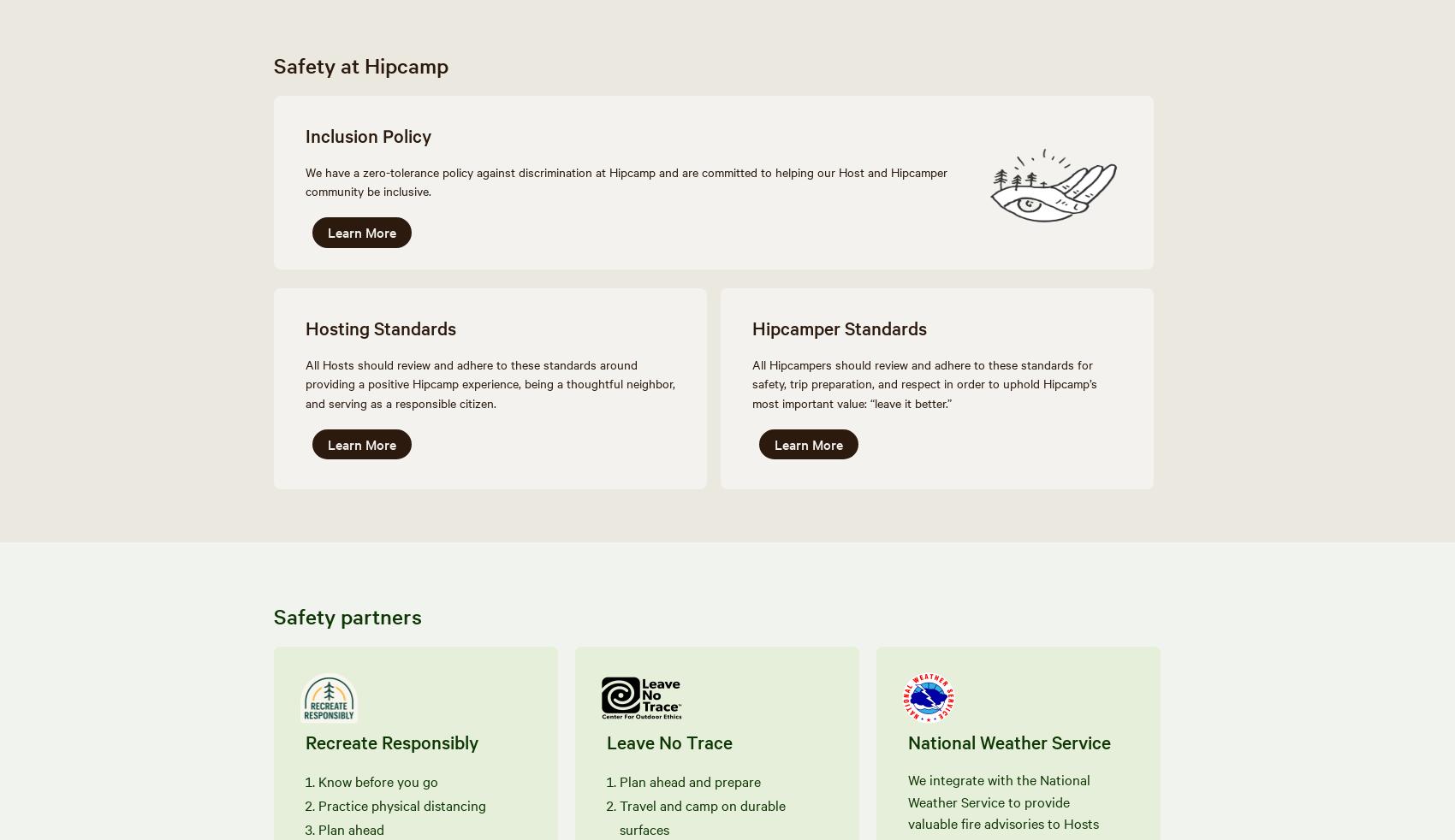 The height and width of the screenshot is (840, 1455). What do you see at coordinates (317, 803) in the screenshot?
I see `'Practice physical distancing'` at bounding box center [317, 803].